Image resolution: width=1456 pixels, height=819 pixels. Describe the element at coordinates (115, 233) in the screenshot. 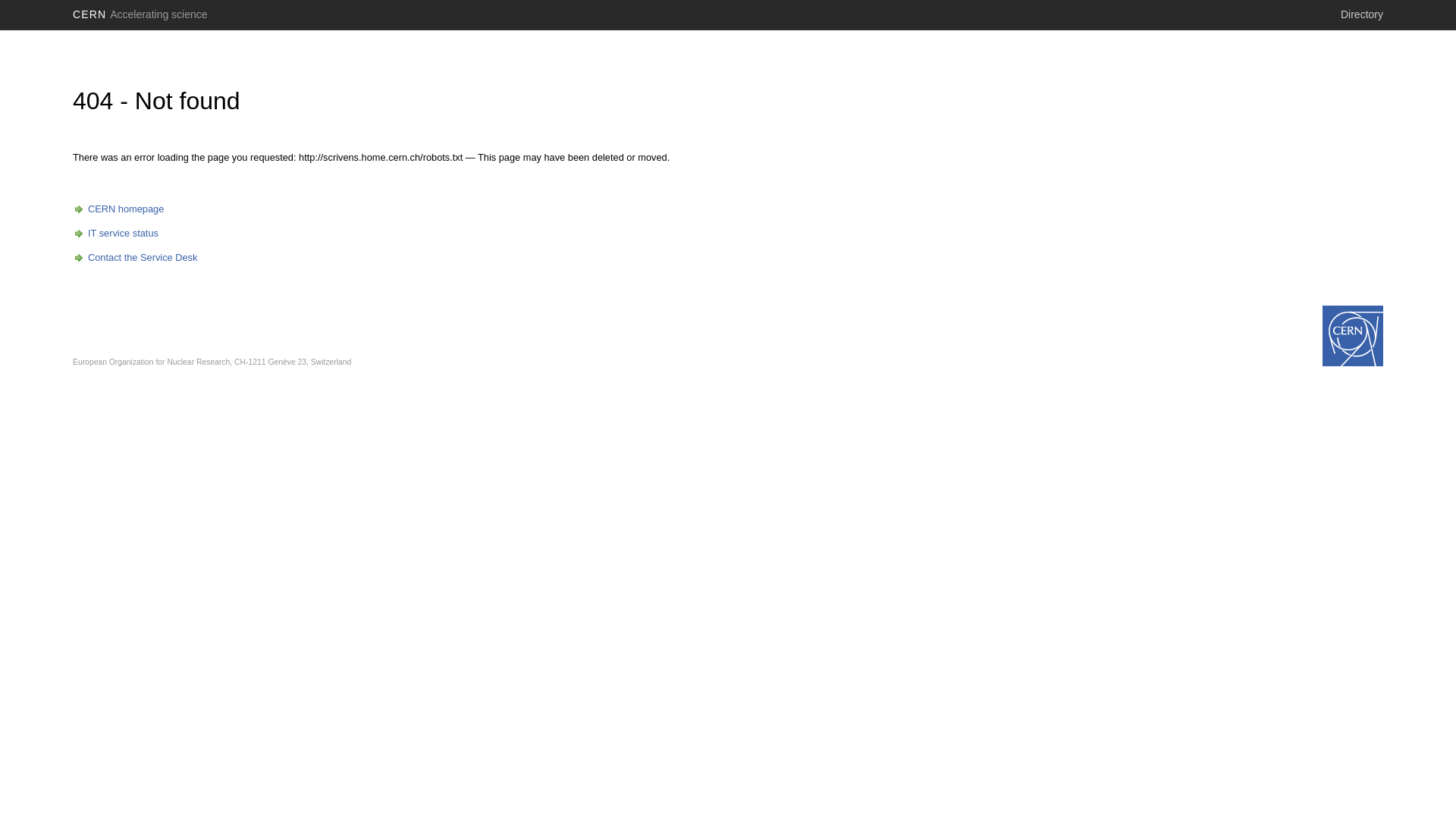

I see `'IT service status'` at that location.